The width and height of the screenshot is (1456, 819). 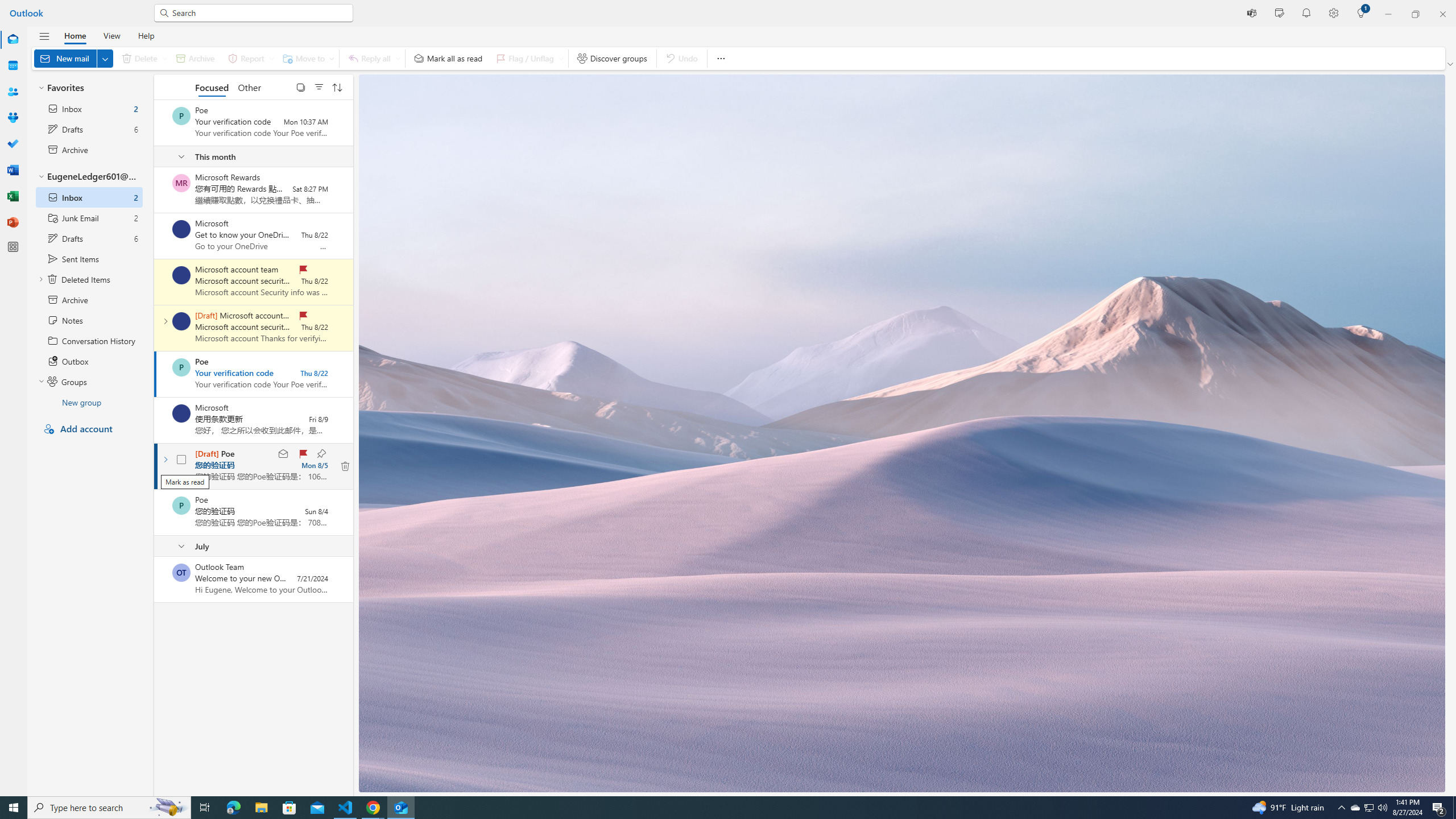 I want to click on 'Flag / Unflag', so click(x=528, y=58).